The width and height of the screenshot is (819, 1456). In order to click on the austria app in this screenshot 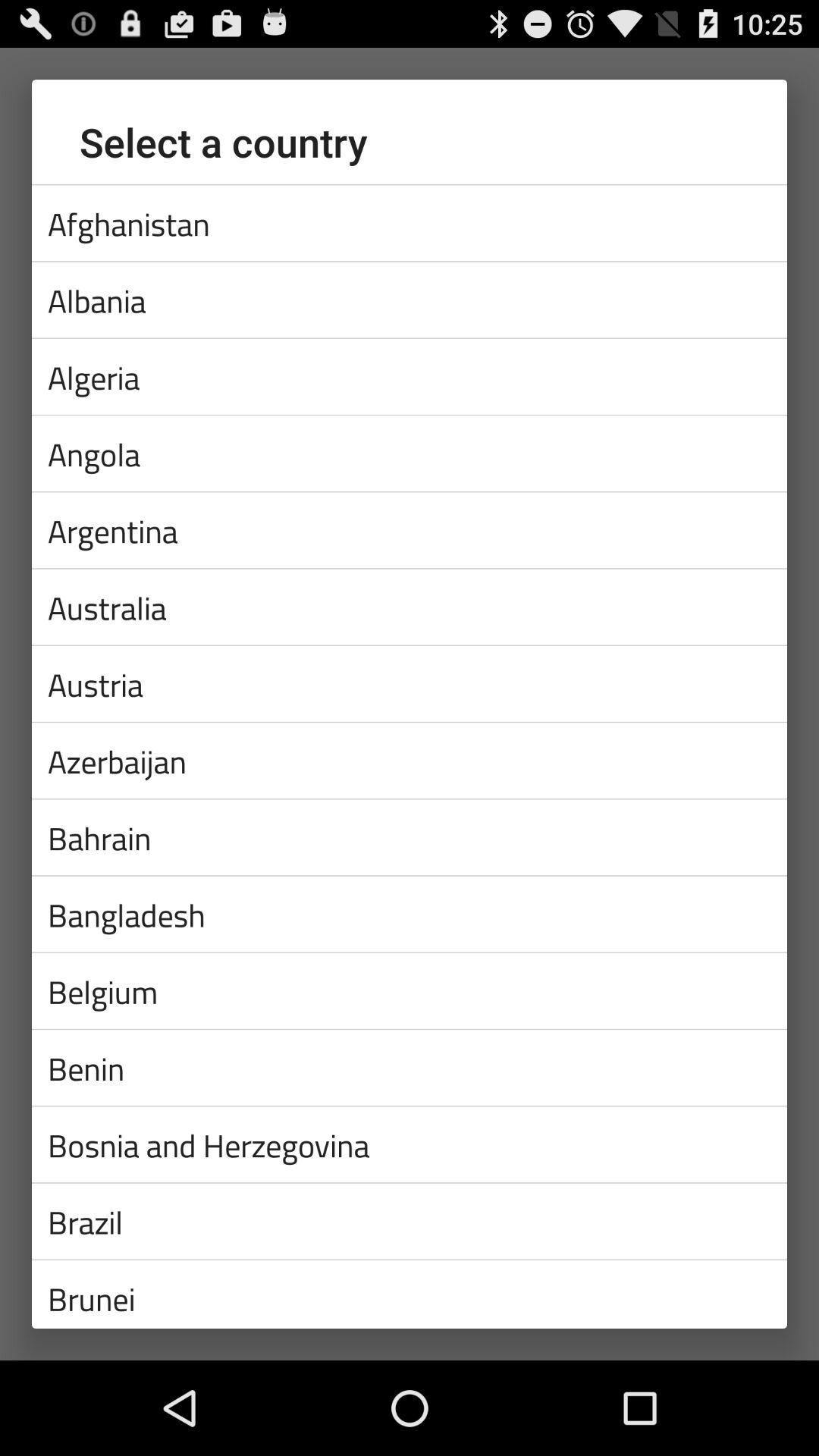, I will do `click(409, 682)`.